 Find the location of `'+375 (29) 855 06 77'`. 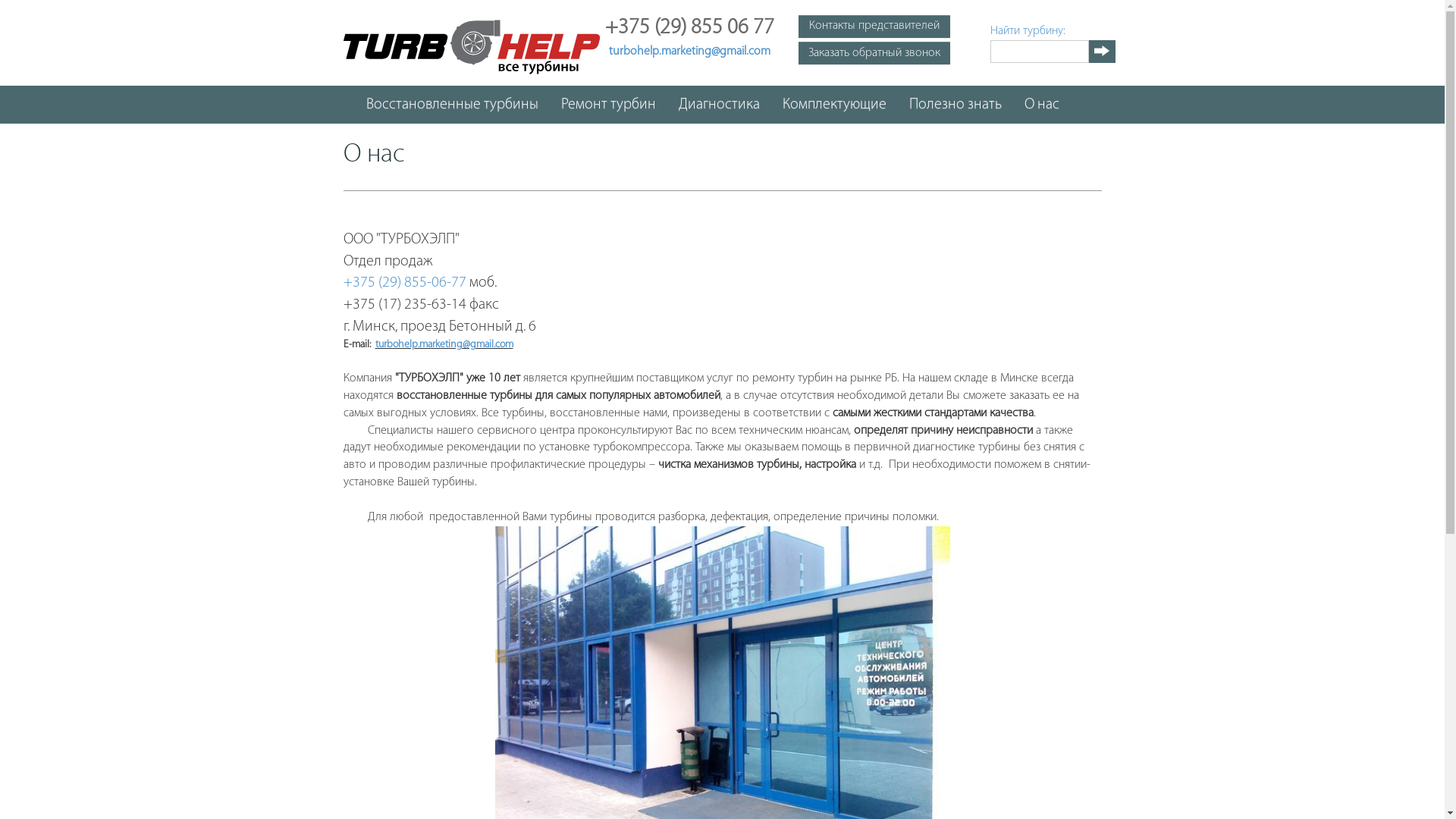

'+375 (29) 855 06 77' is located at coordinates (689, 30).